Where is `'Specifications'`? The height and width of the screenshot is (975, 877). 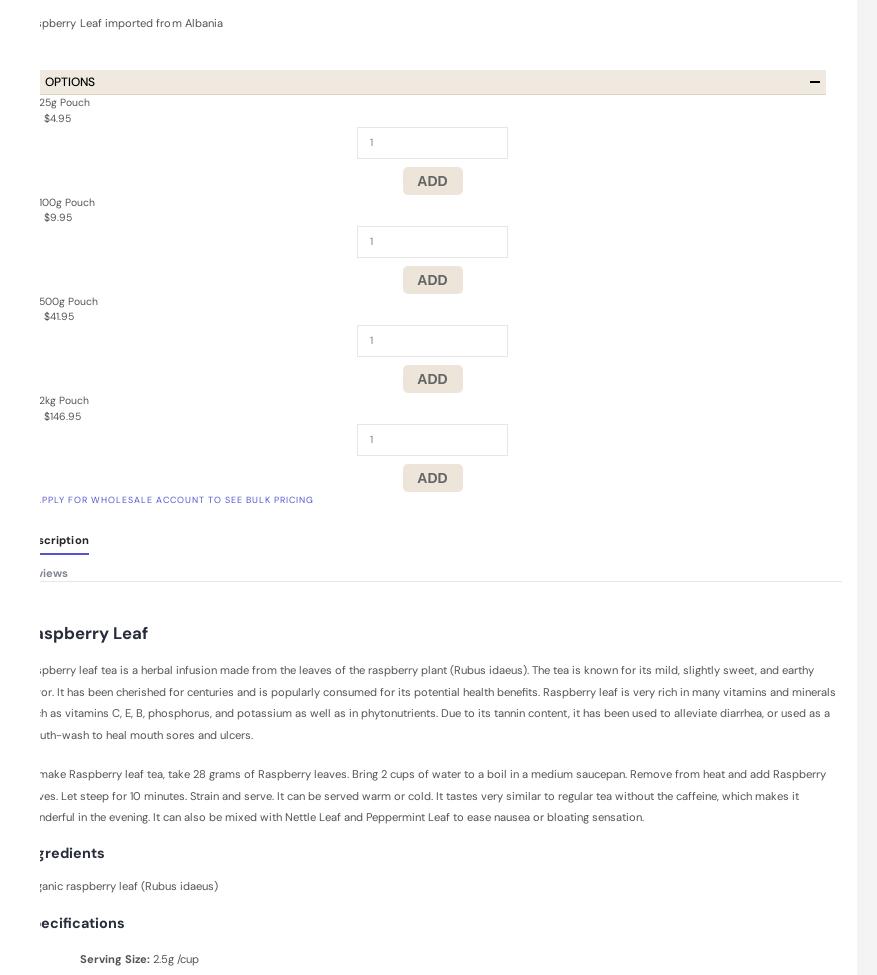
'Specifications' is located at coordinates (74, 920).